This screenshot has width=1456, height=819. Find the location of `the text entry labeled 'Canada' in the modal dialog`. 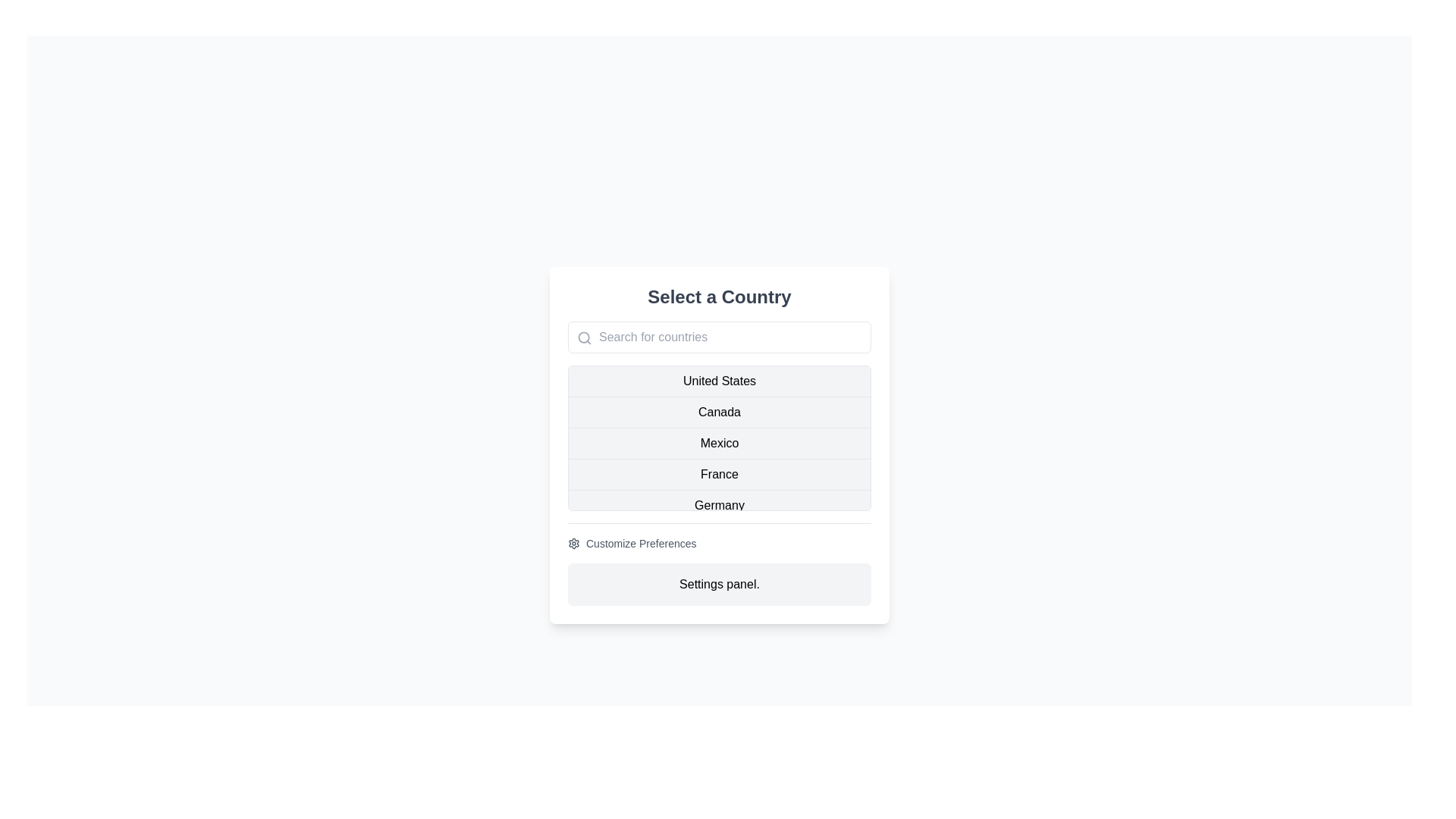

the text entry labeled 'Canada' in the modal dialog is located at coordinates (719, 412).